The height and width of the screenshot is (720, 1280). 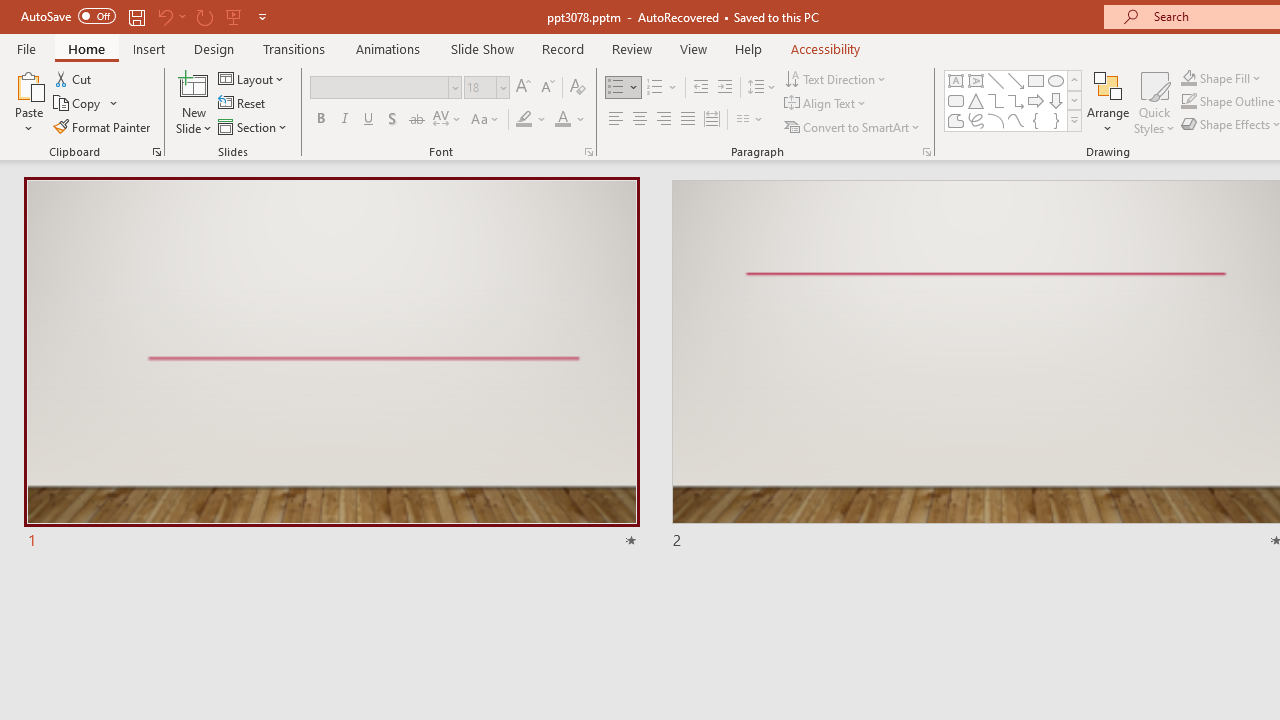 I want to click on 'Shape Fill Dark Green, Accent 2', so click(x=1189, y=77).